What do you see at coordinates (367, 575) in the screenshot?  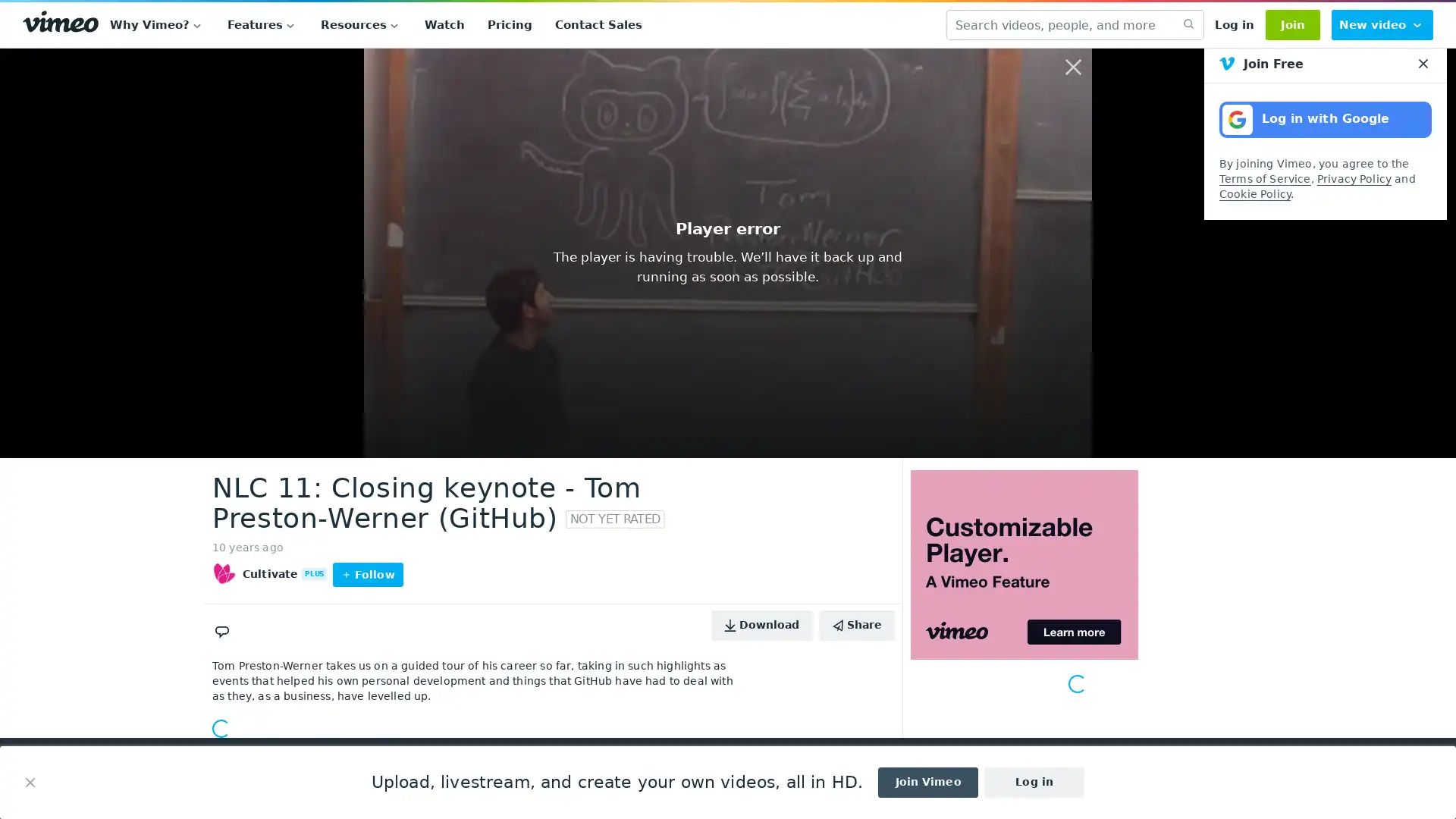 I see `Follow` at bounding box center [367, 575].